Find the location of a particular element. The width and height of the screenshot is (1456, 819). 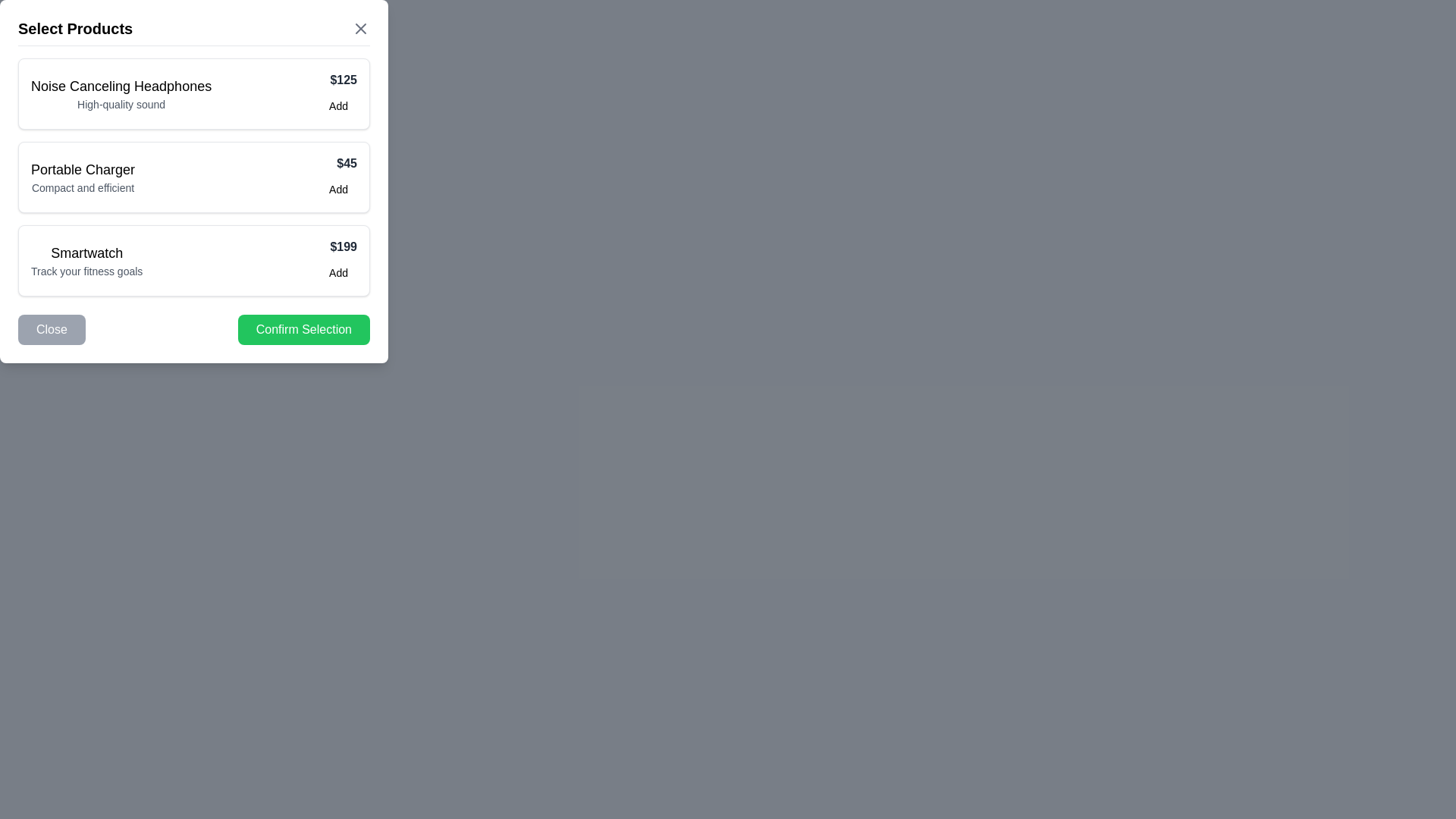

the text element displaying 'Compact and efficient' located below the title 'Portable Charger' in the product selection interface is located at coordinates (82, 187).